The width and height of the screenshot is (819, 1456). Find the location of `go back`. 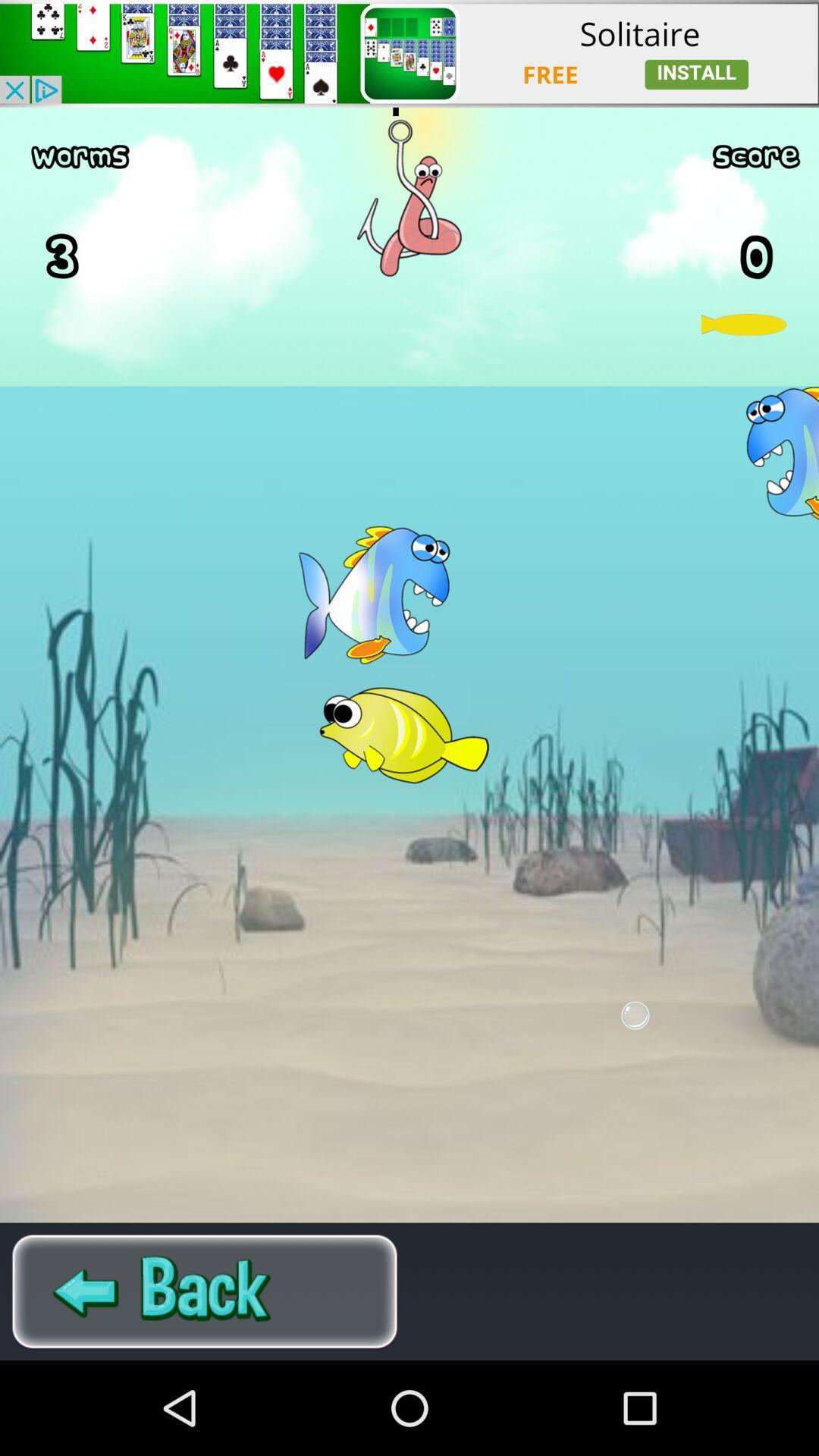

go back is located at coordinates (205, 1291).